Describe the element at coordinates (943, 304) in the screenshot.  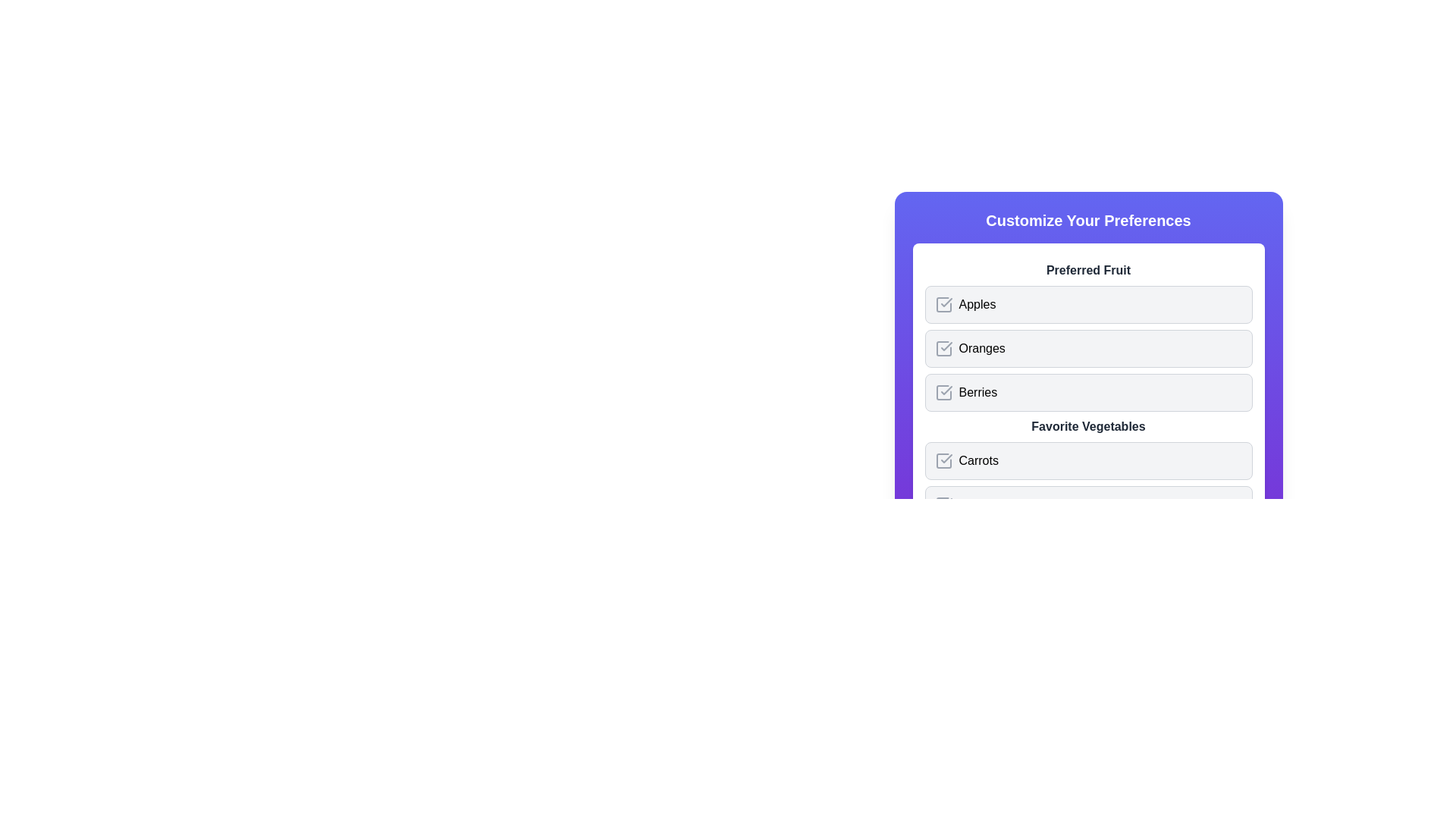
I see `the rectangular border of the SVG checkbox for the 'Apples' option in the 'Preferred Fruit' section to interact with the checkbox` at that location.